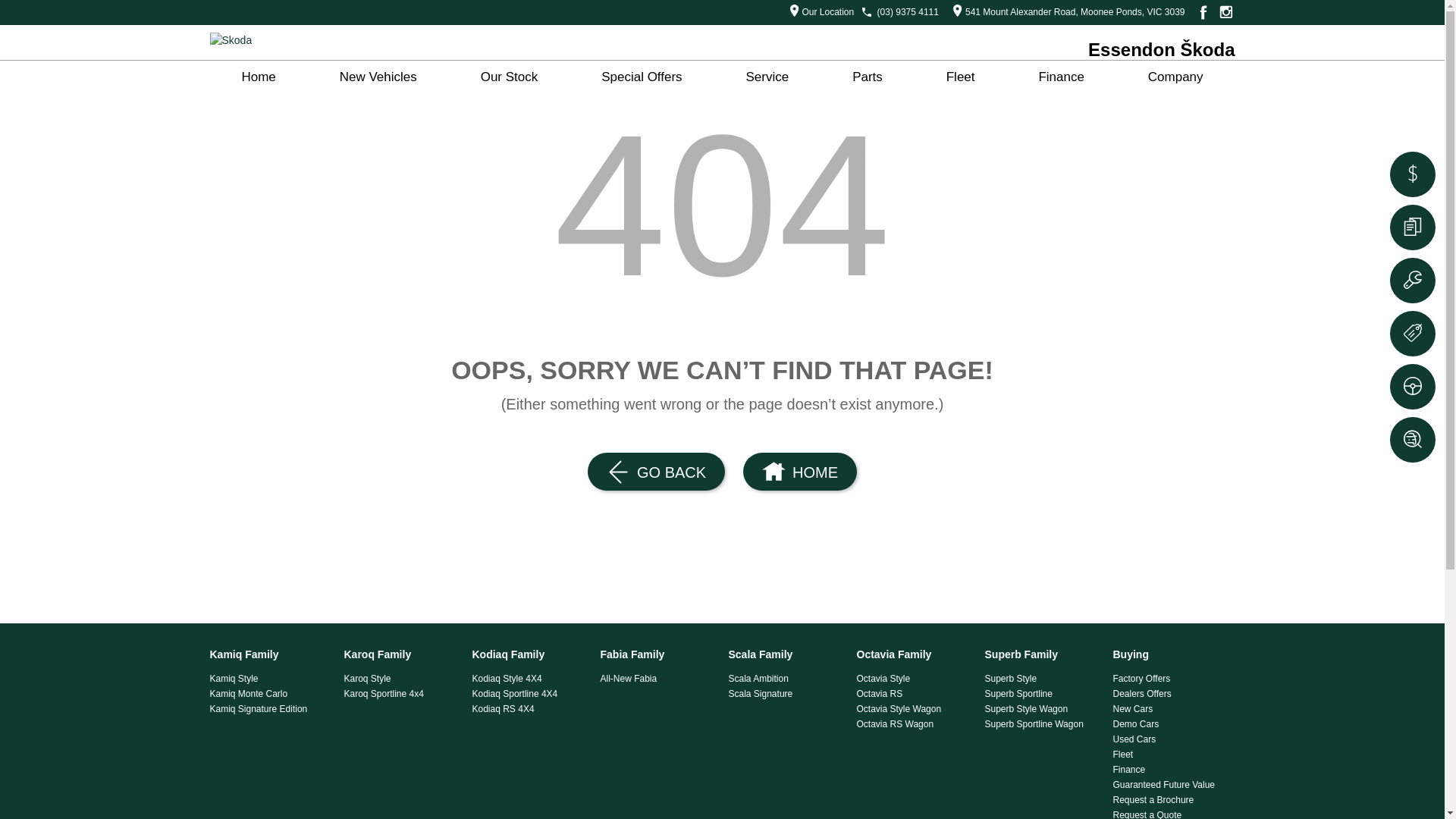 This screenshot has width=1456, height=819. Describe the element at coordinates (267, 708) in the screenshot. I see `'Kamiq Signature Edition'` at that location.